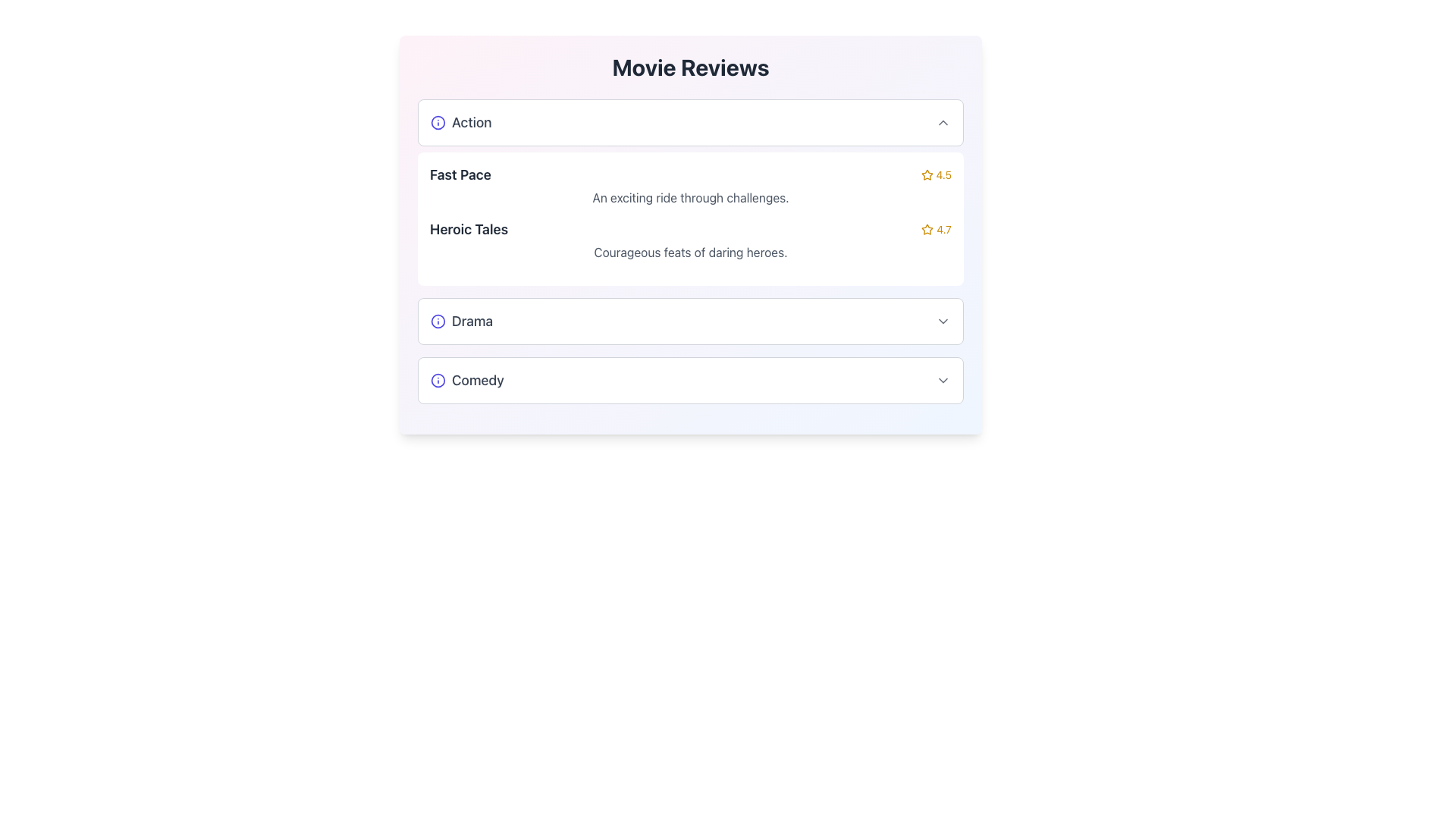 This screenshot has height=819, width=1456. Describe the element at coordinates (461, 321) in the screenshot. I see `the Text Label with Icon that represents the title of the 'Drama' category within the 'Movie Reviews' section, specifically in the third collapsible panel` at that location.